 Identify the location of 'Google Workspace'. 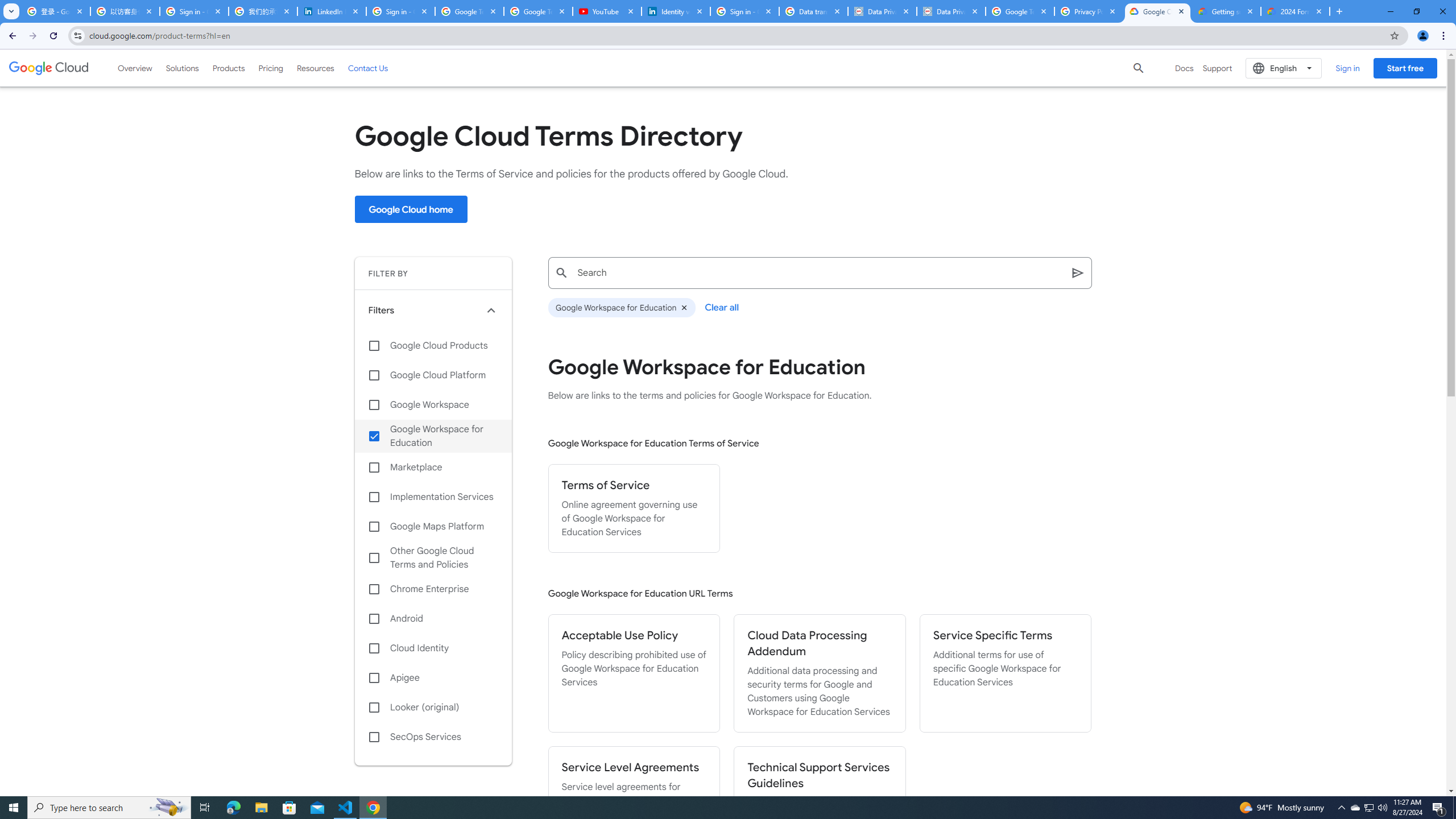
(433, 404).